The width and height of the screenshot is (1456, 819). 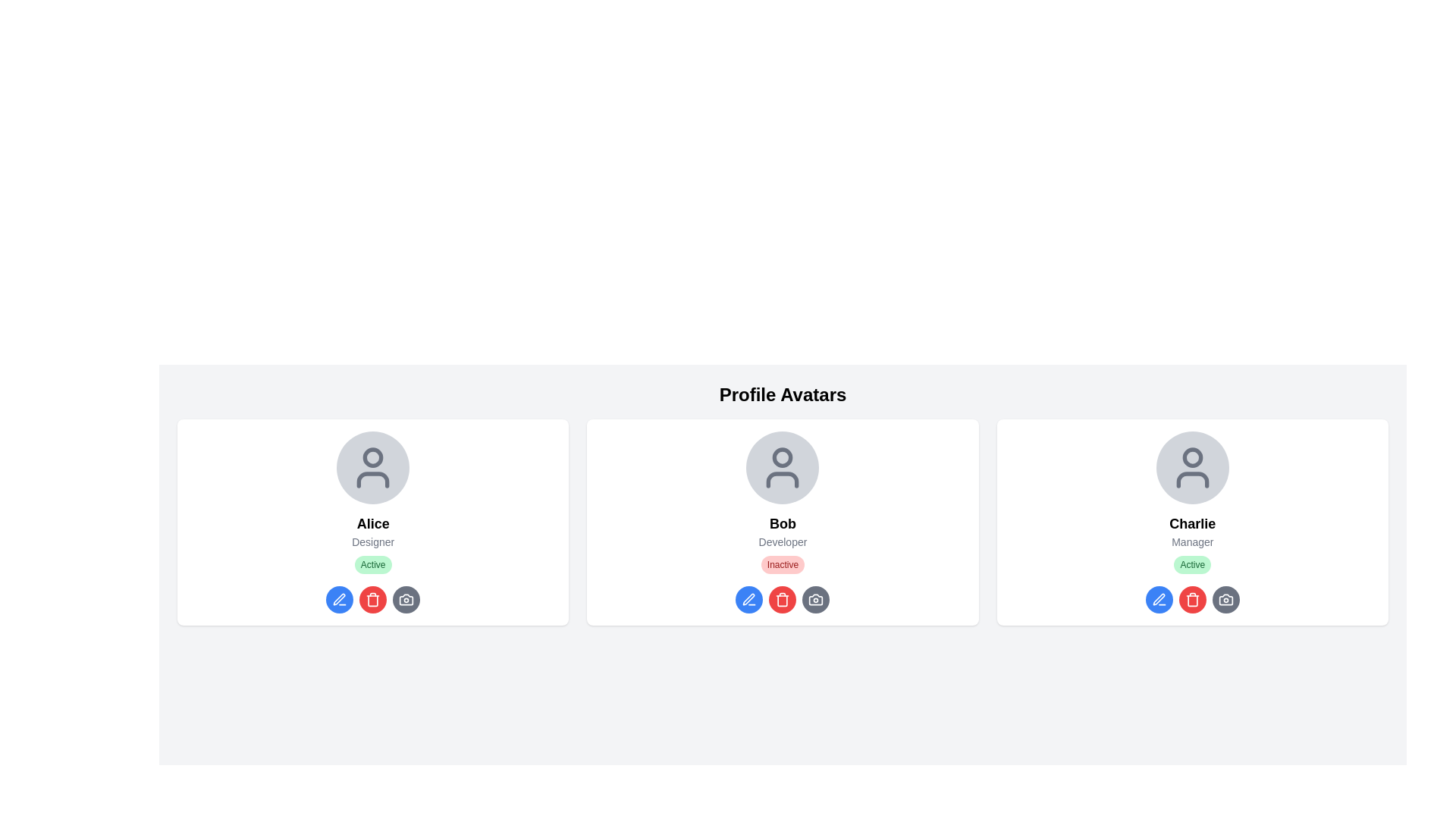 What do you see at coordinates (1158, 598) in the screenshot?
I see `the edit button located at the bottom-left of Charlie's user profile, which is the first button in a horizontal row of three, to initiate editing` at bounding box center [1158, 598].